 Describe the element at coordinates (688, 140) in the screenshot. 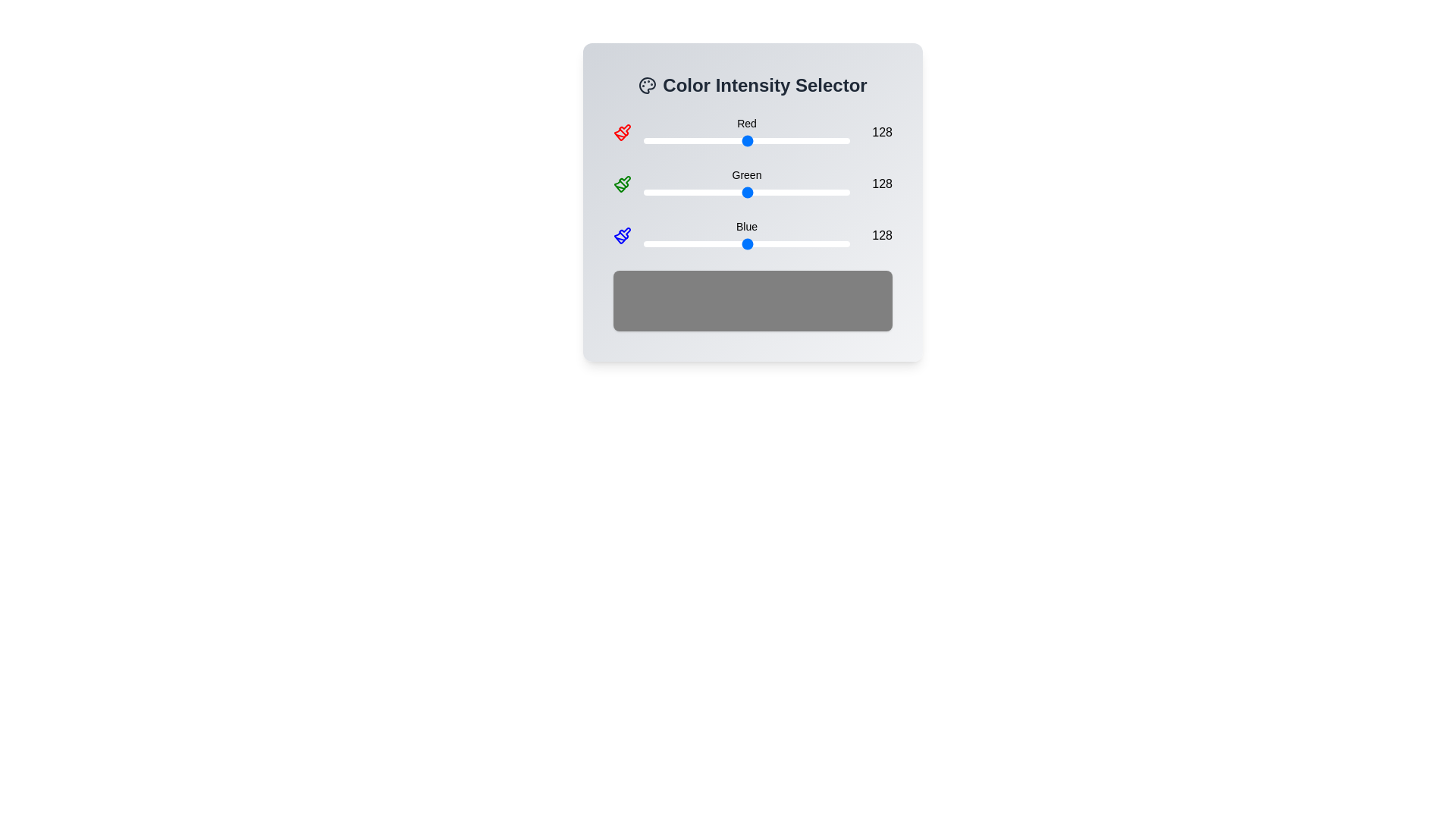

I see `the red intensity` at that location.